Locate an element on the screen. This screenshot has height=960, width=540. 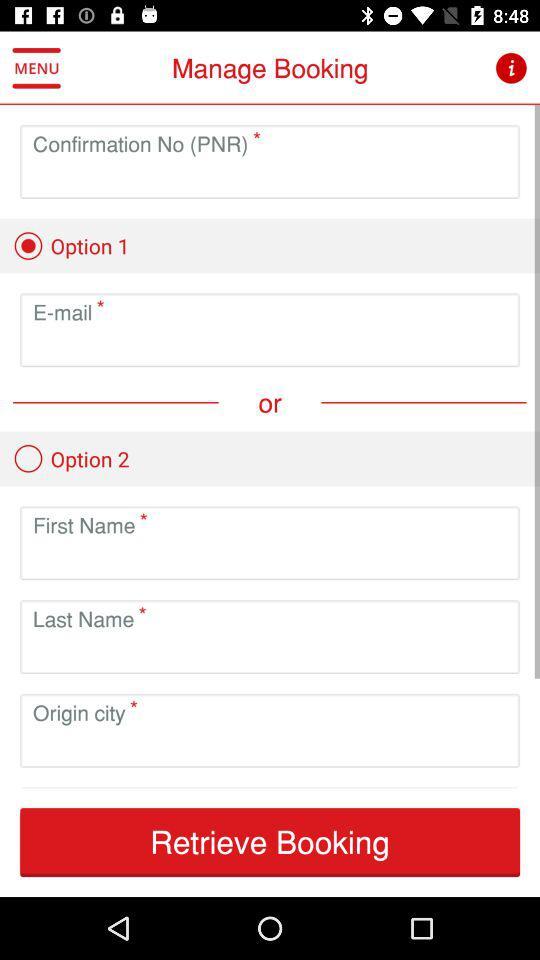
the first name is located at coordinates (270, 559).